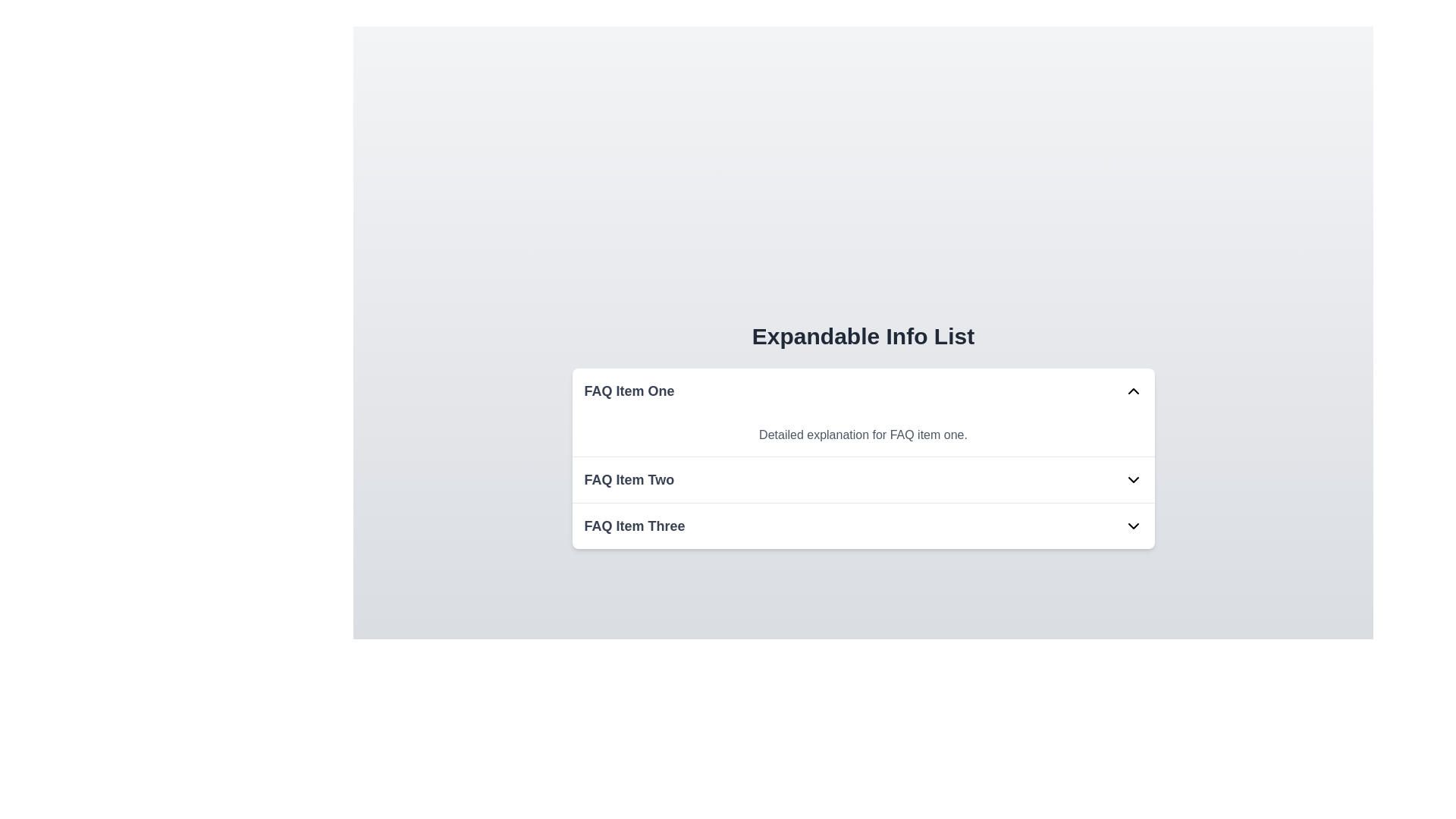 The height and width of the screenshot is (819, 1456). Describe the element at coordinates (1133, 479) in the screenshot. I see `the Dropdown toggle icon located at the far right of the 'FAQ Item Two' section` at that location.